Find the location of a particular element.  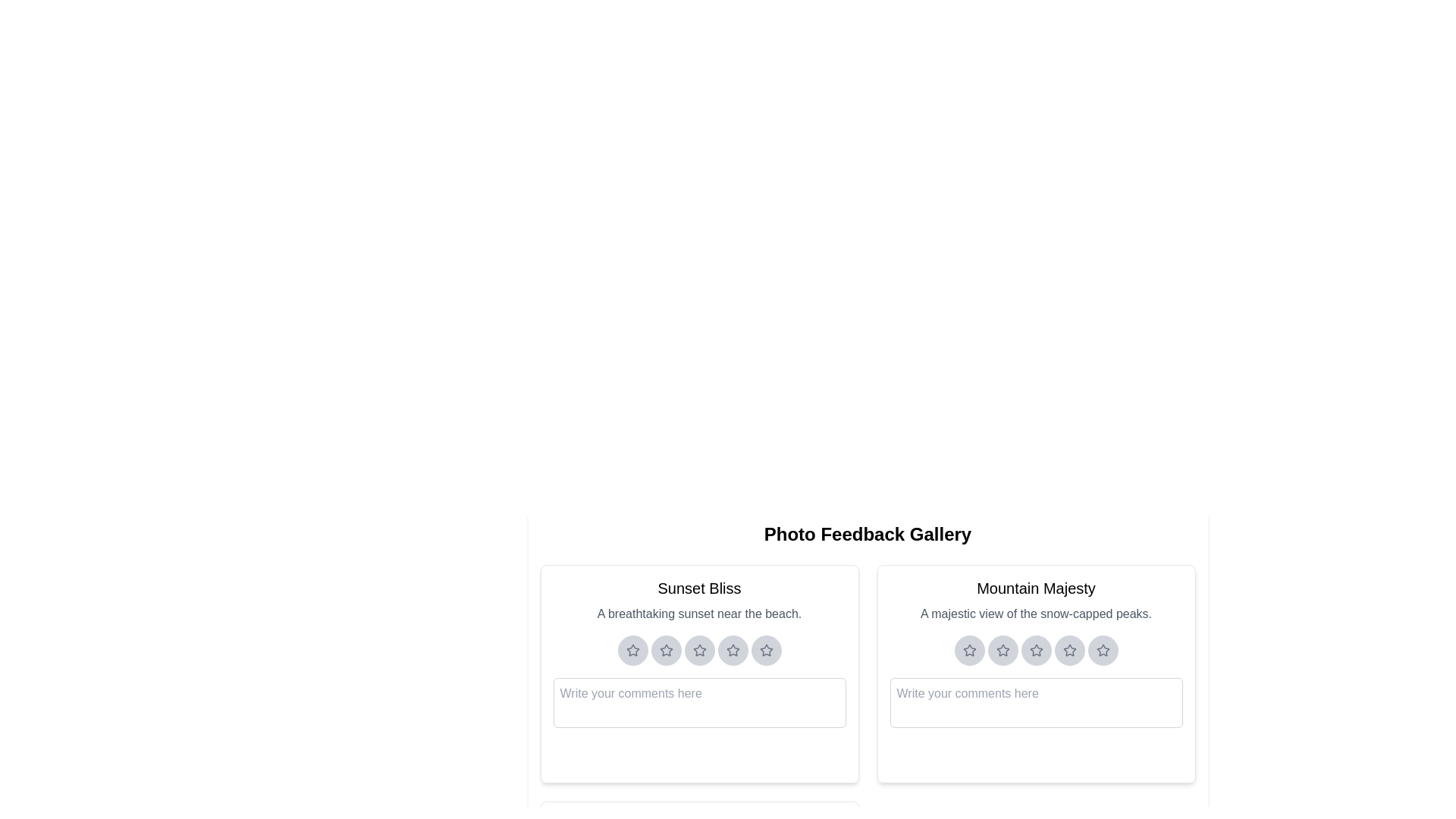

the first interactive star button in the 'Sunset Bliss' rating component is located at coordinates (698, 649).